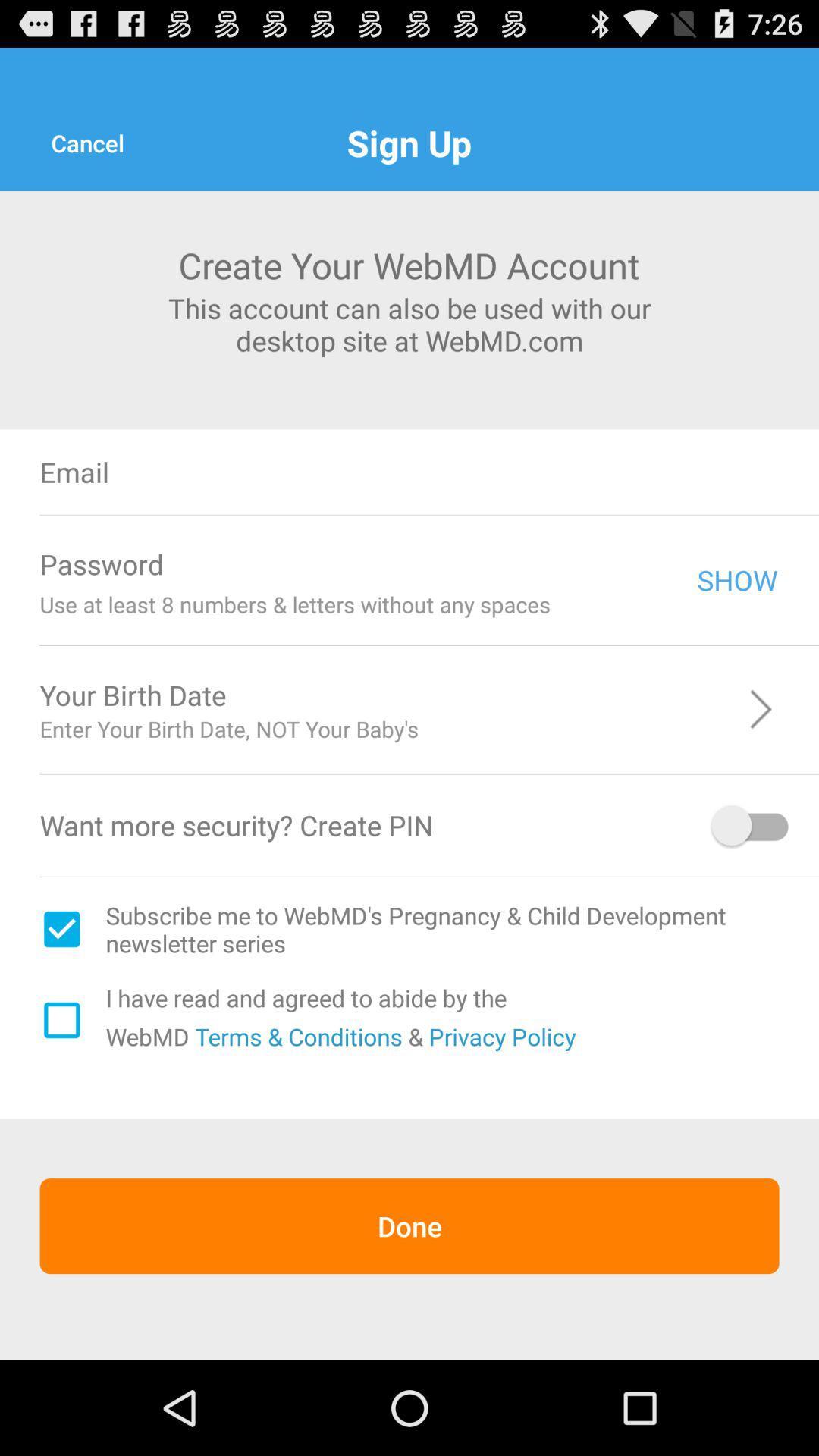  I want to click on the icon below the i have read item, so click(296, 1035).